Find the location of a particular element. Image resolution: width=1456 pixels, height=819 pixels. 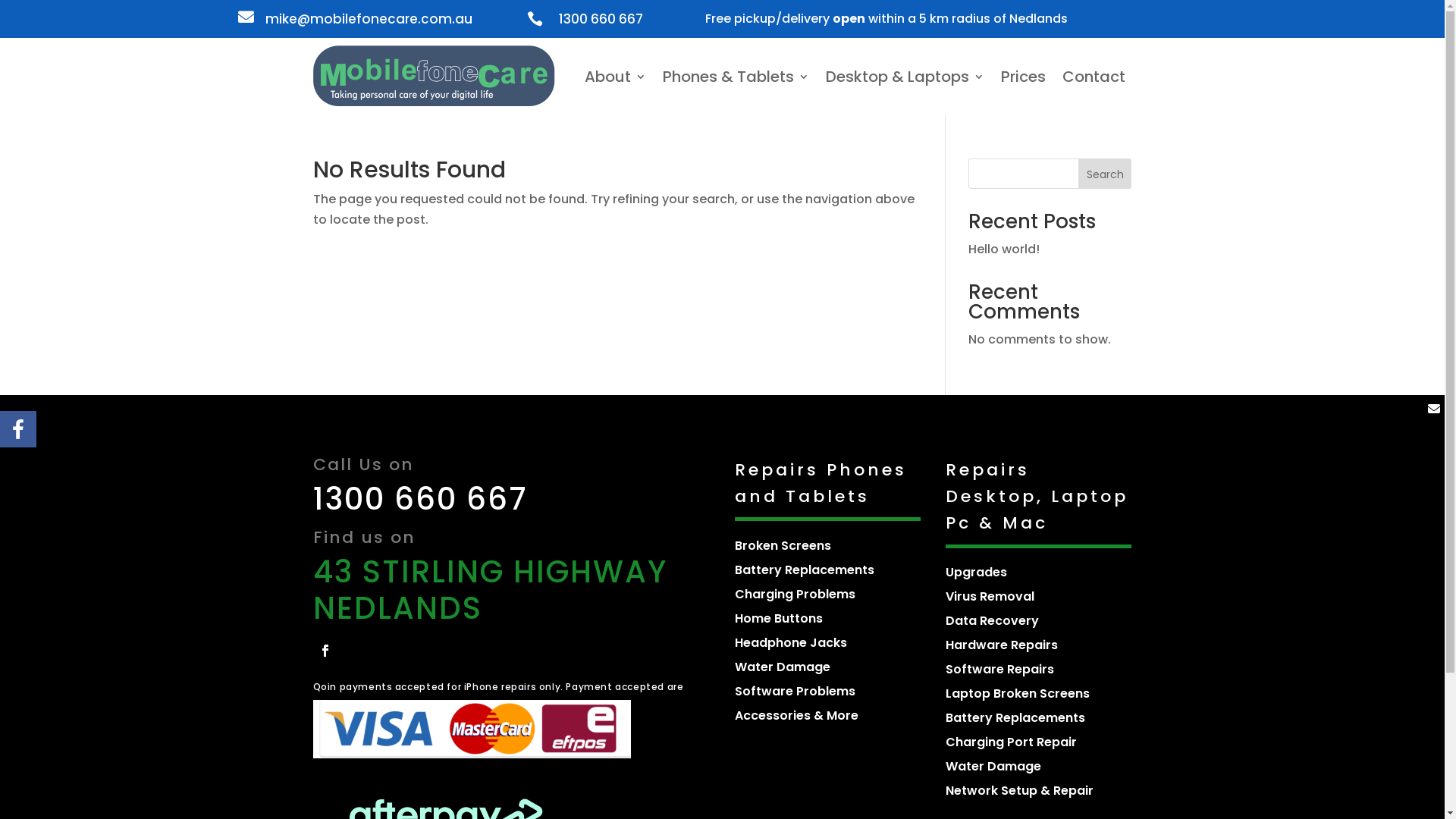

'Group-1-1-1024x137' is located at coordinates (470, 728).